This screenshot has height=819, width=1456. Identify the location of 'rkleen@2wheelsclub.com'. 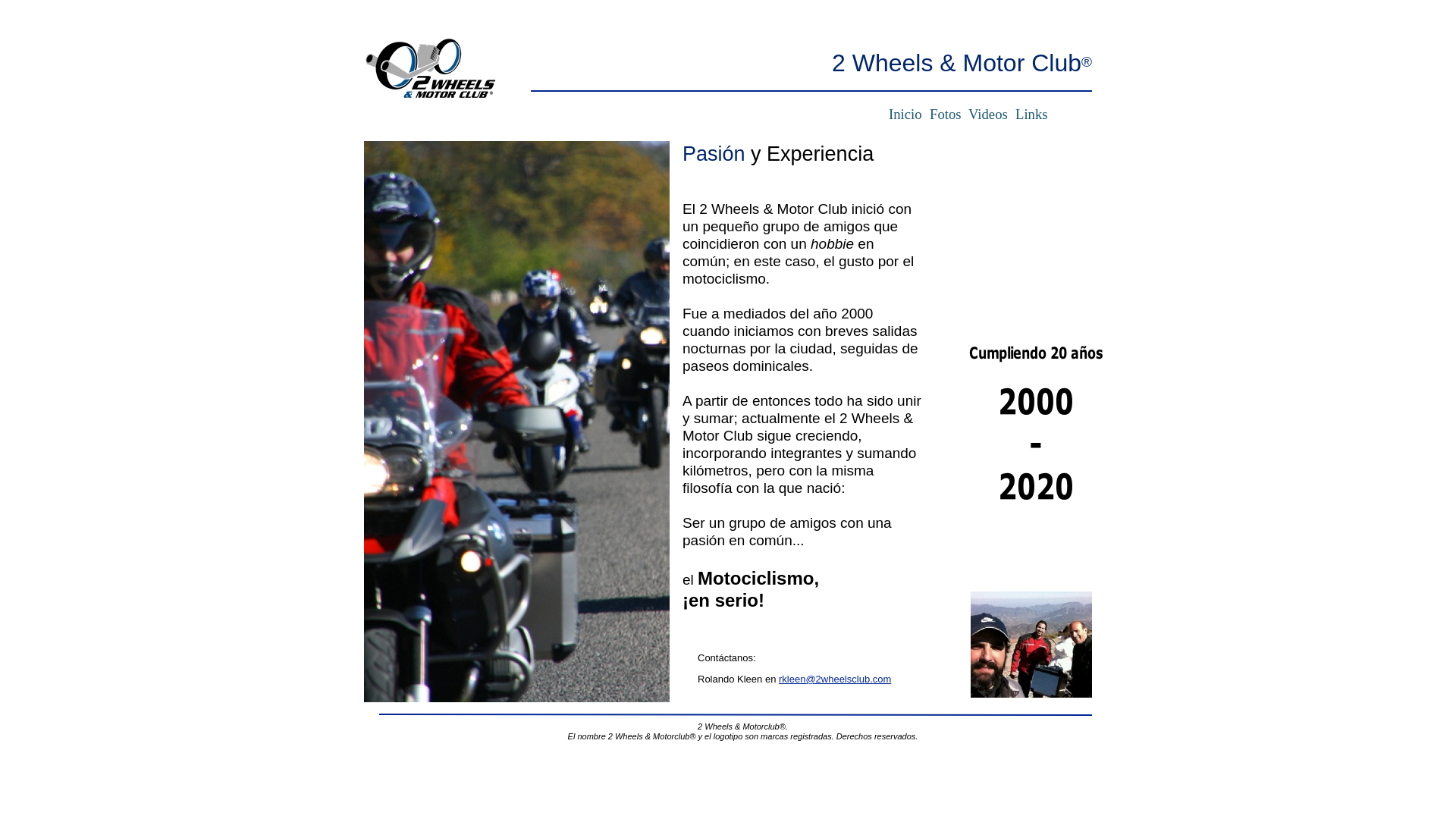
(833, 678).